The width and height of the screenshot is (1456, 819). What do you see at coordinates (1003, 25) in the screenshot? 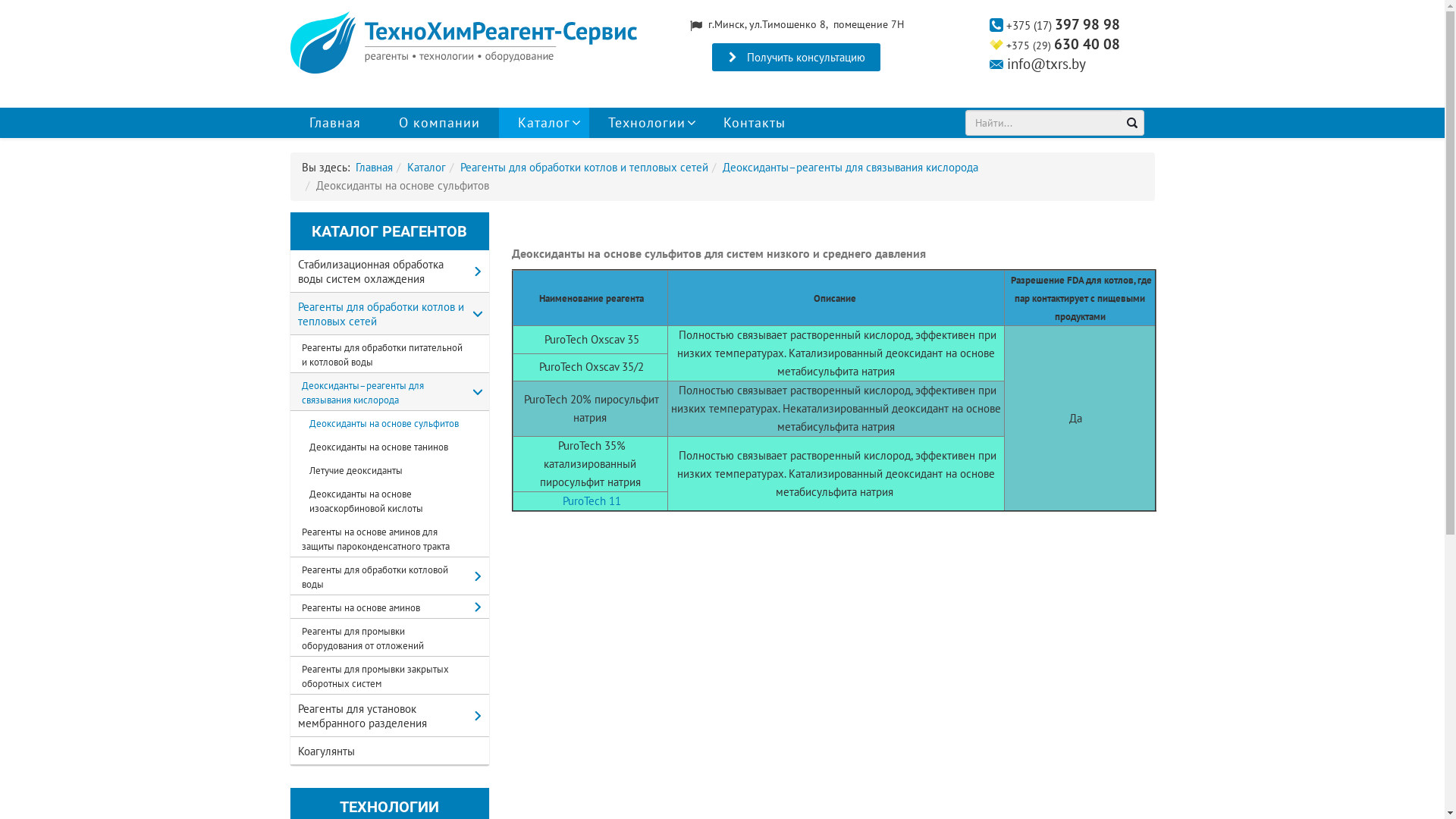
I see `' +375 (17) 397 98 98'` at bounding box center [1003, 25].